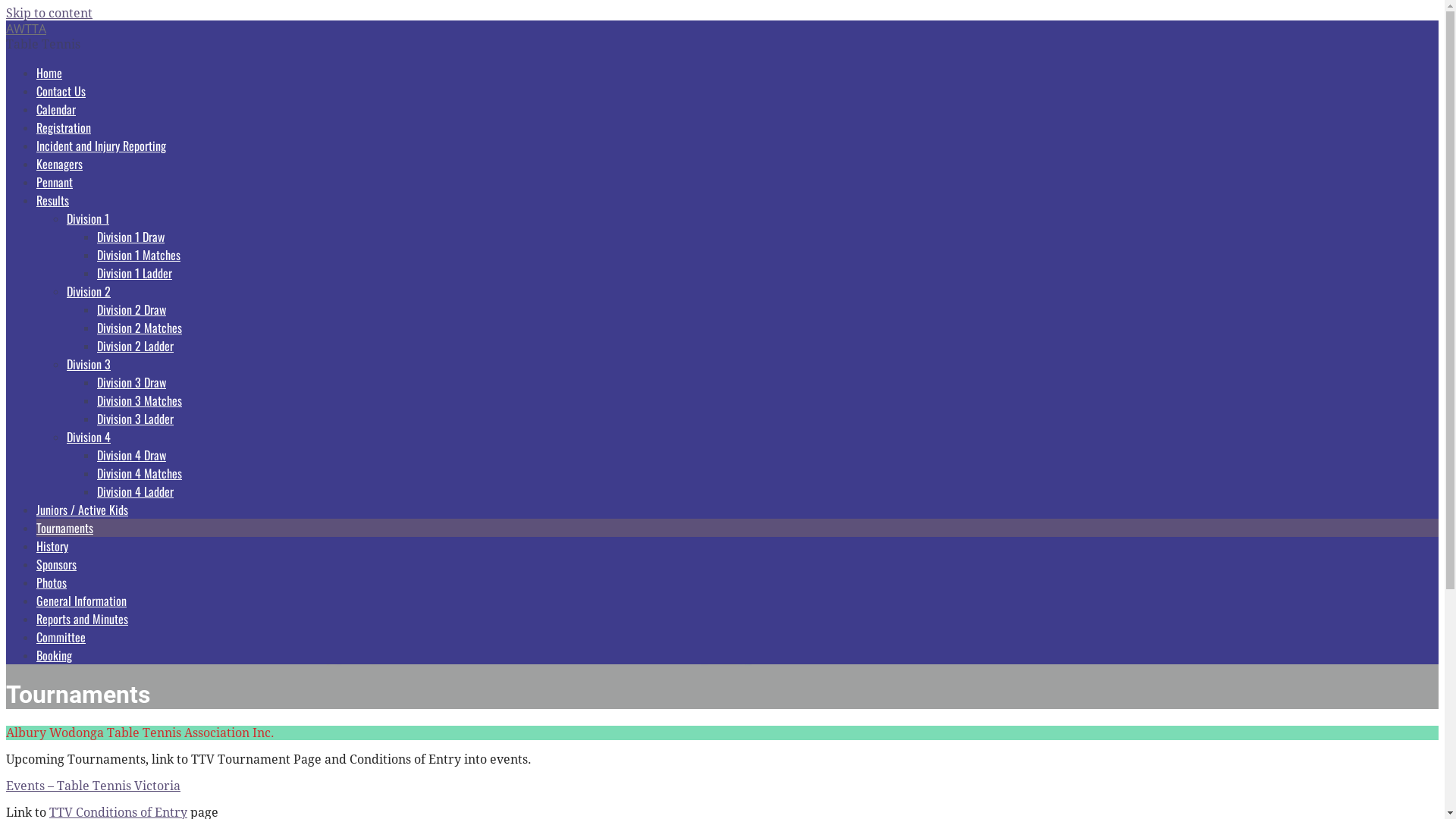 This screenshot has width=1456, height=819. I want to click on 'Skip to content', so click(49, 13).